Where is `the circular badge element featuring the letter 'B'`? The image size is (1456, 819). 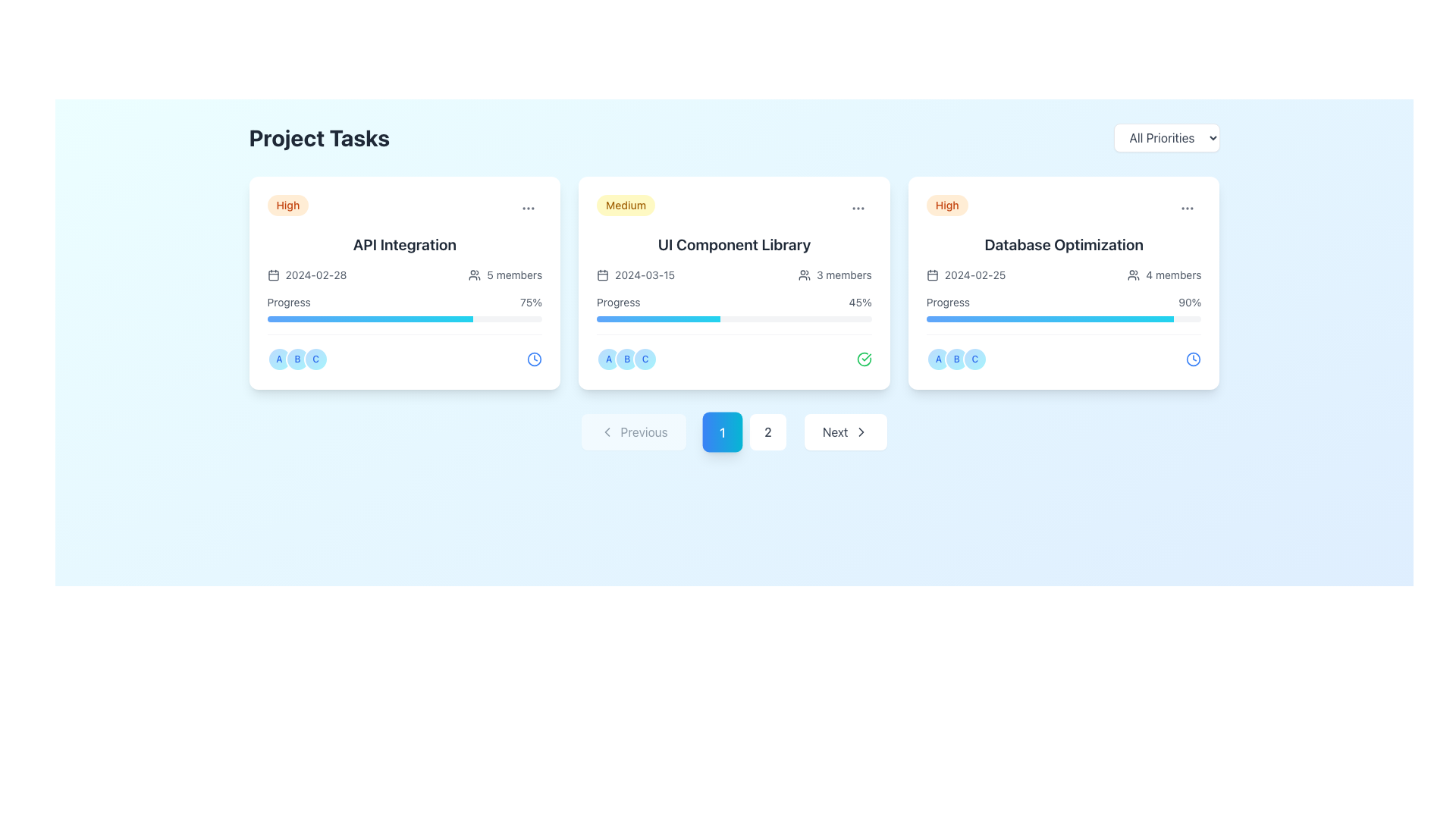 the circular badge element featuring the letter 'B' is located at coordinates (955, 359).